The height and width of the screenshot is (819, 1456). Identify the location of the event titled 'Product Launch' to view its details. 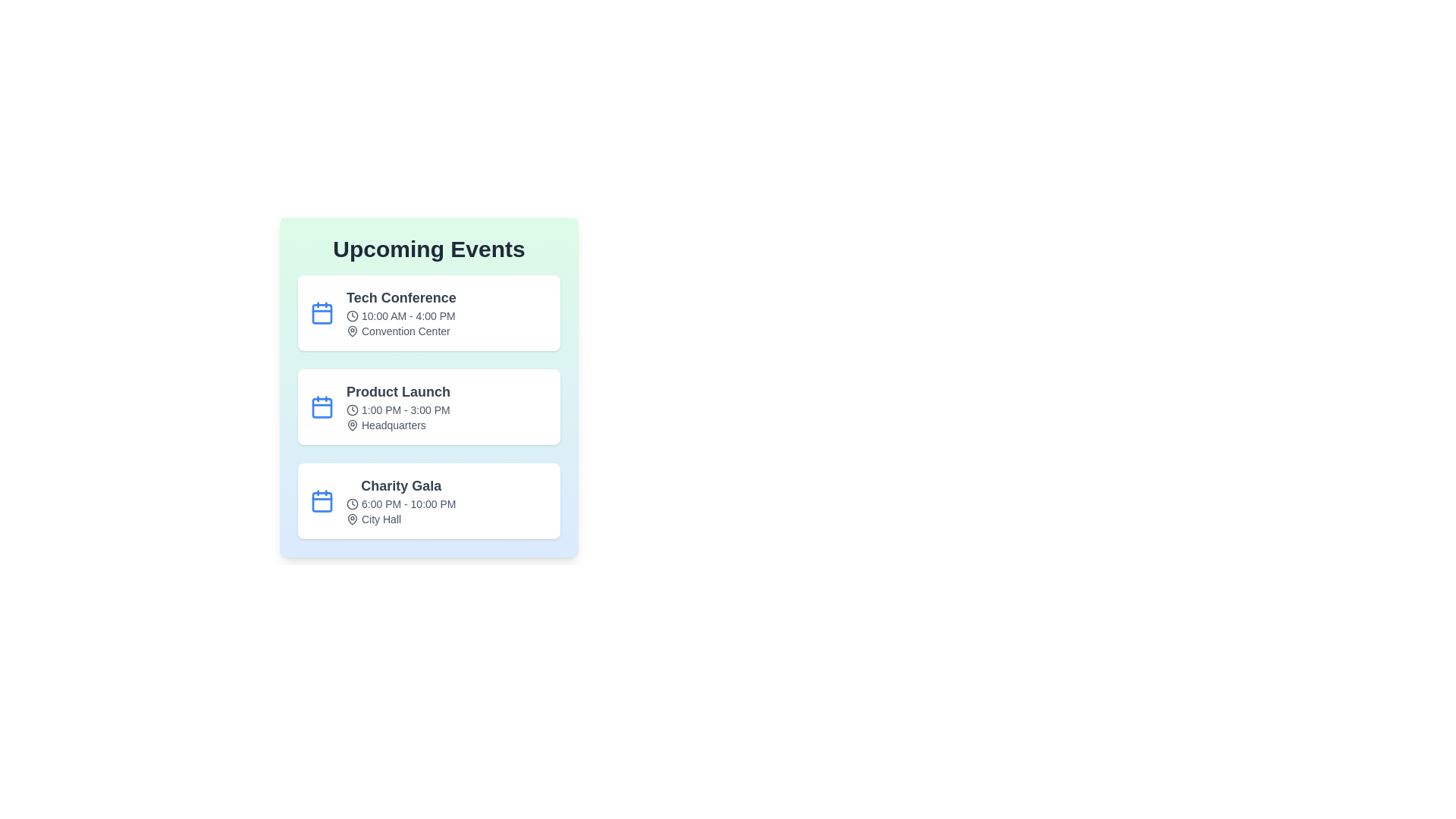
(428, 406).